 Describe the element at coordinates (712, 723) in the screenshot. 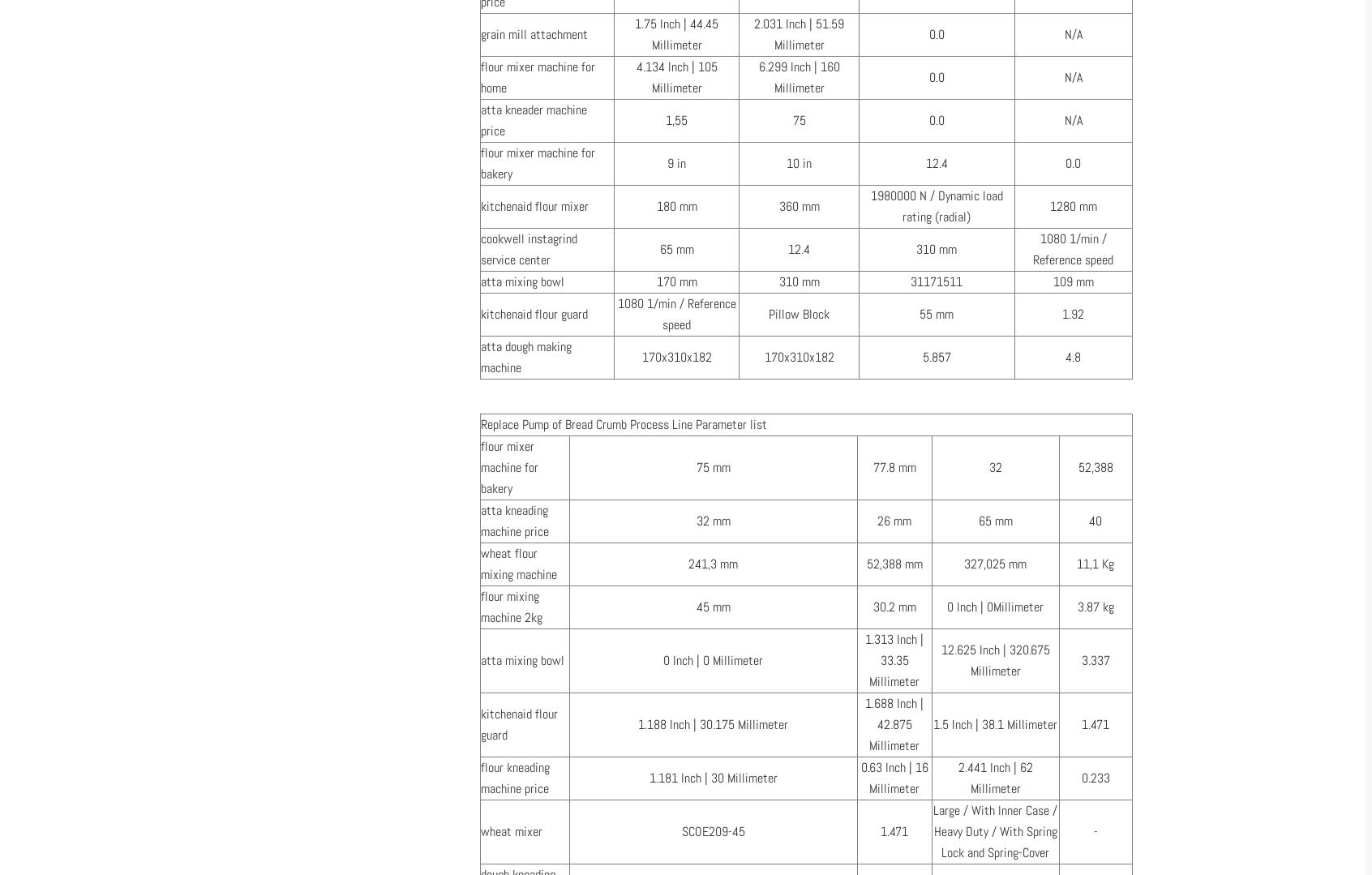

I see `'1.188 Inch | 30.175 Millimeter'` at that location.